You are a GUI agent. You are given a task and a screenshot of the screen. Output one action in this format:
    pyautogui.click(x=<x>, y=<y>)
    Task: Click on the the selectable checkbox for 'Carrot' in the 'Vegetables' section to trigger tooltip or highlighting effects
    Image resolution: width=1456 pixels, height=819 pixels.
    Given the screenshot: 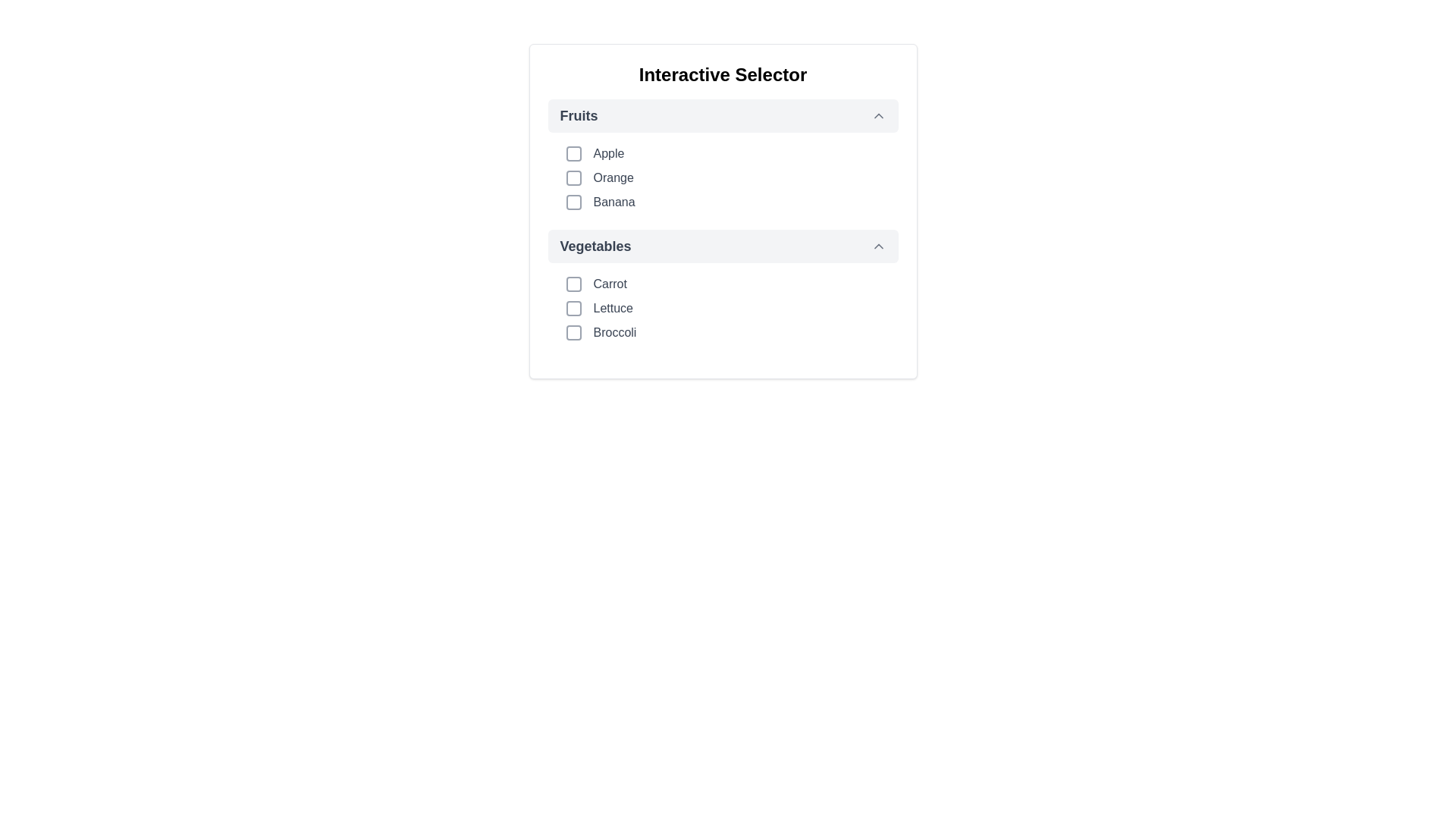 What is the action you would take?
    pyautogui.click(x=573, y=284)
    